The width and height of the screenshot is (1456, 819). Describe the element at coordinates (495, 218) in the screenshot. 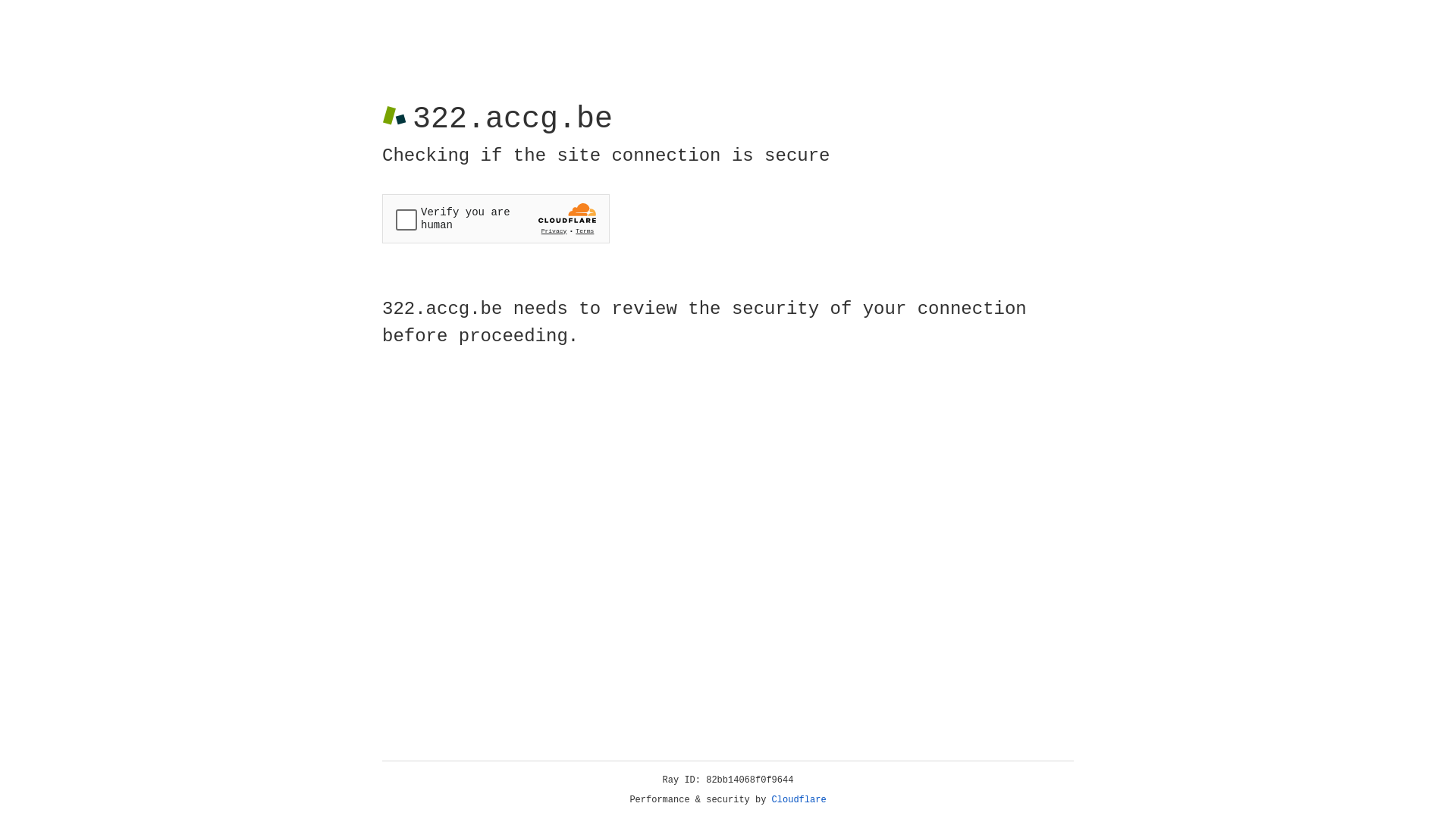

I see `'Widget containing a Cloudflare security challenge'` at that location.